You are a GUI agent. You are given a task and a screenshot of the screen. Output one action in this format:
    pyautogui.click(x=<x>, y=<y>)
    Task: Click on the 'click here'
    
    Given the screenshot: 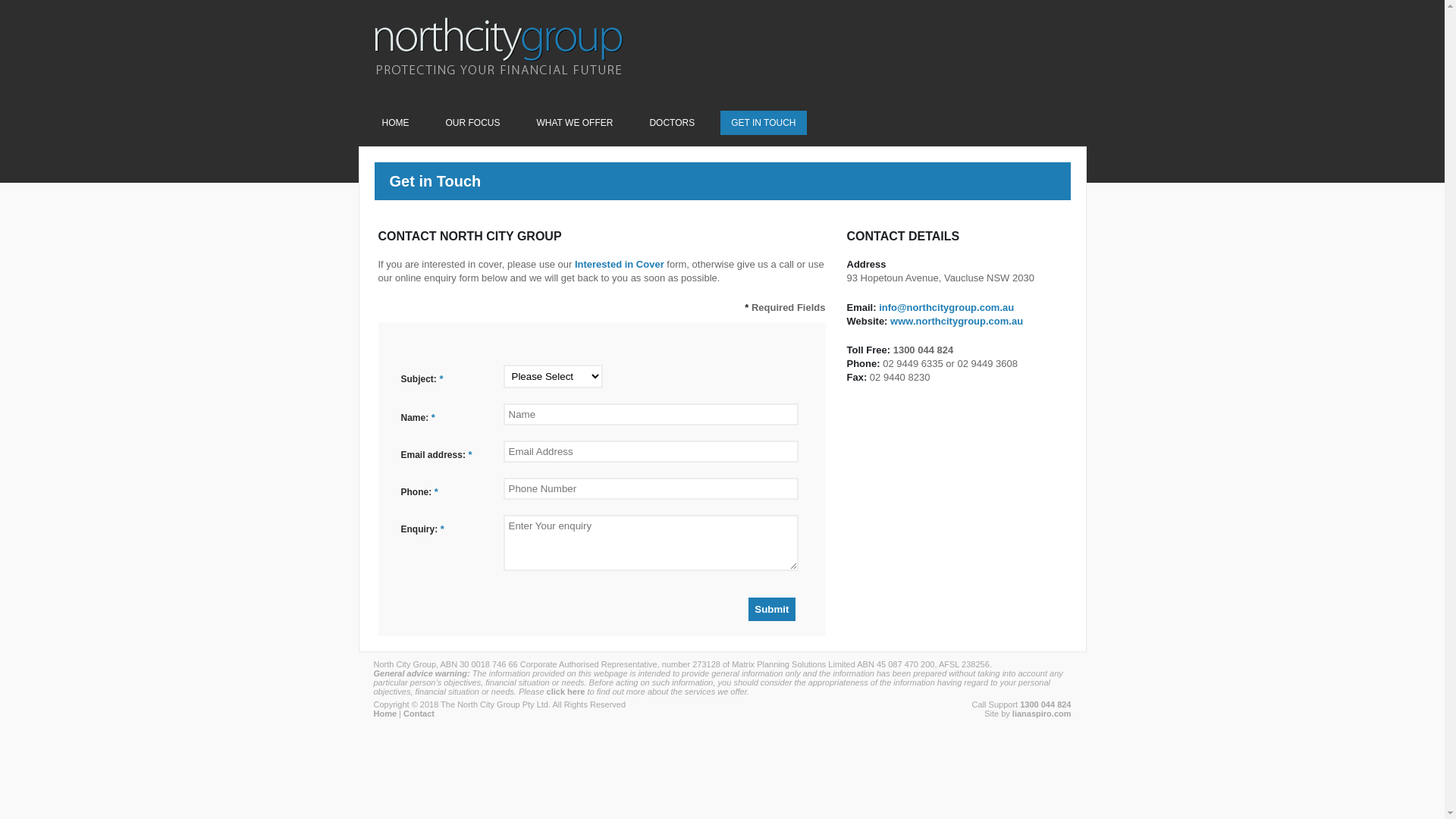 What is the action you would take?
    pyautogui.click(x=565, y=691)
    